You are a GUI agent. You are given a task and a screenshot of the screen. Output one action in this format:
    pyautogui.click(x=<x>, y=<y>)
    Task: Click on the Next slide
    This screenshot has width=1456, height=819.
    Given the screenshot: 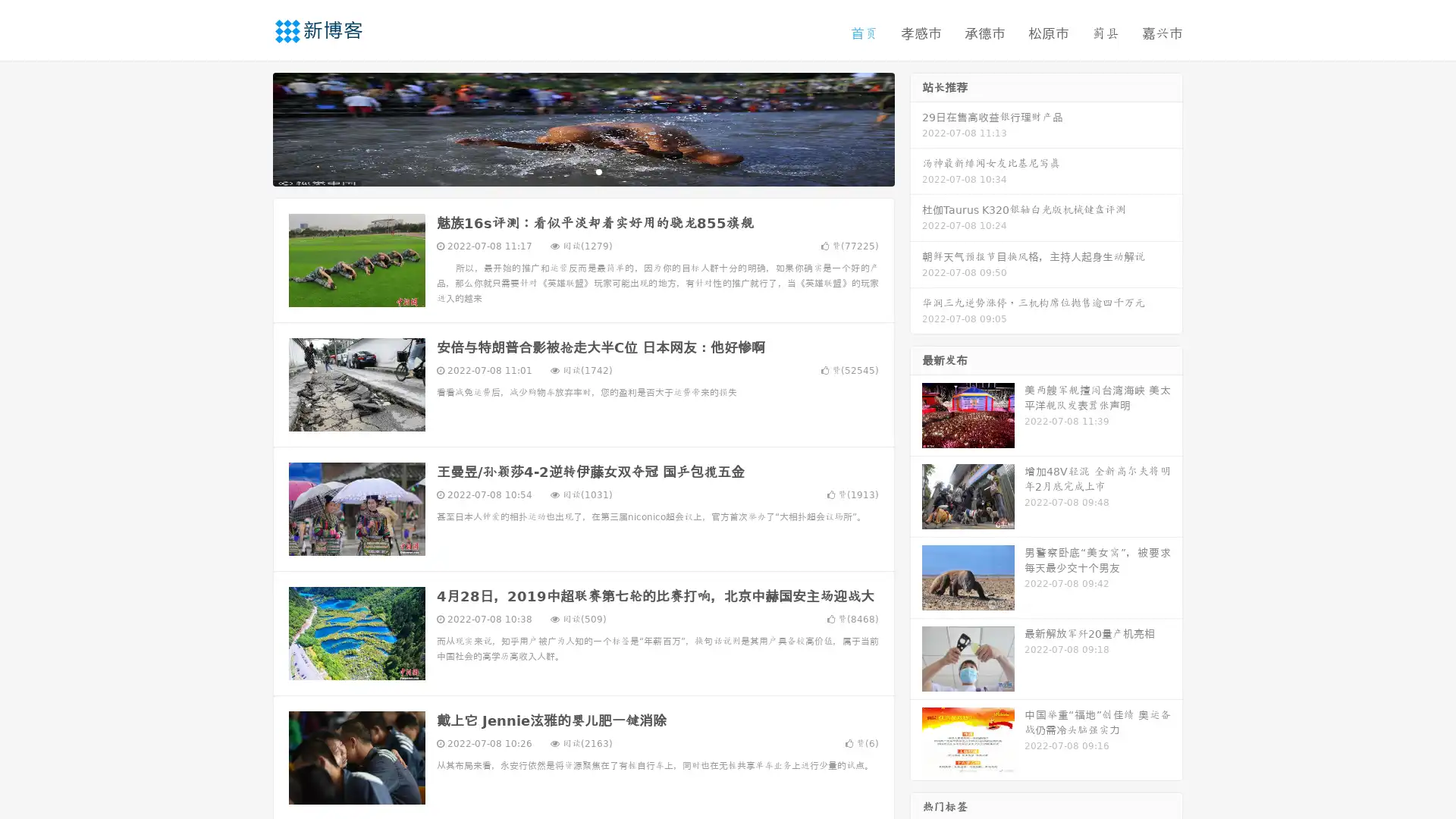 What is the action you would take?
    pyautogui.click(x=916, y=127)
    